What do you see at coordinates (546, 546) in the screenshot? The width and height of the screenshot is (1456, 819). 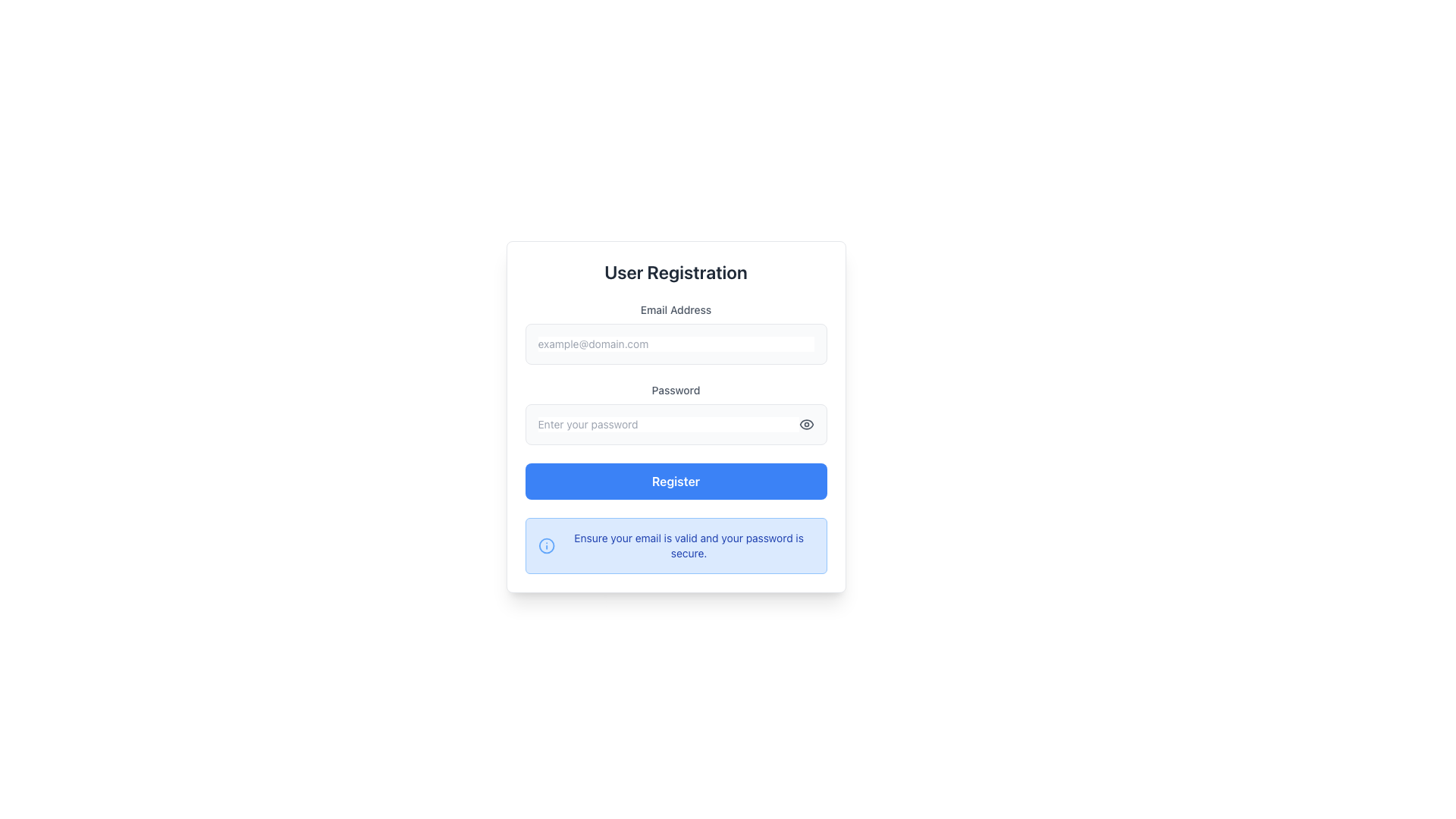 I see `the circular icon with a blue outline that contains a vertical line and a dot, located at the left end of the notification box with the message about email and password security` at bounding box center [546, 546].